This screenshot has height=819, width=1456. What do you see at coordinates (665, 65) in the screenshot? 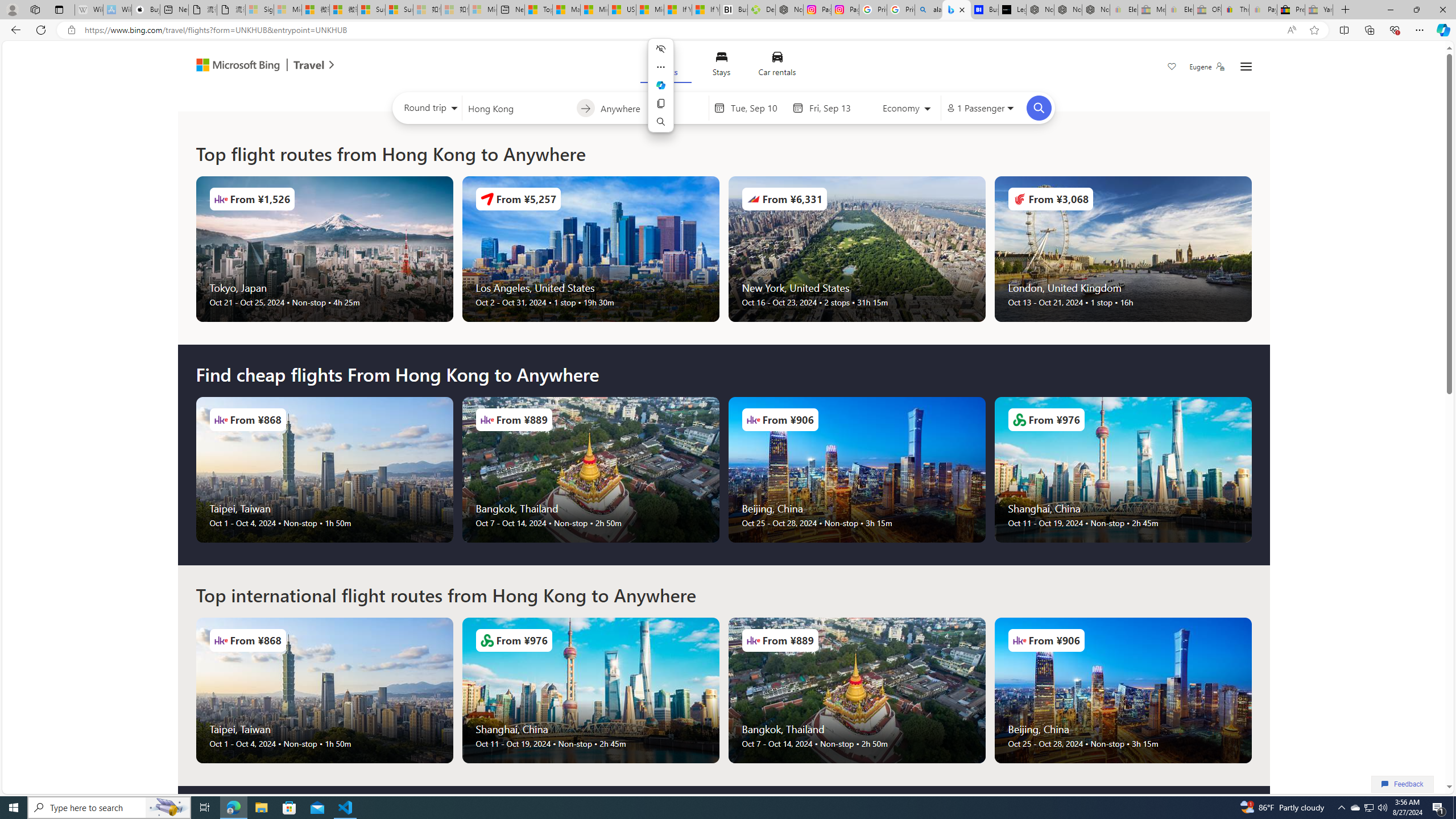
I see `'Flights'` at bounding box center [665, 65].